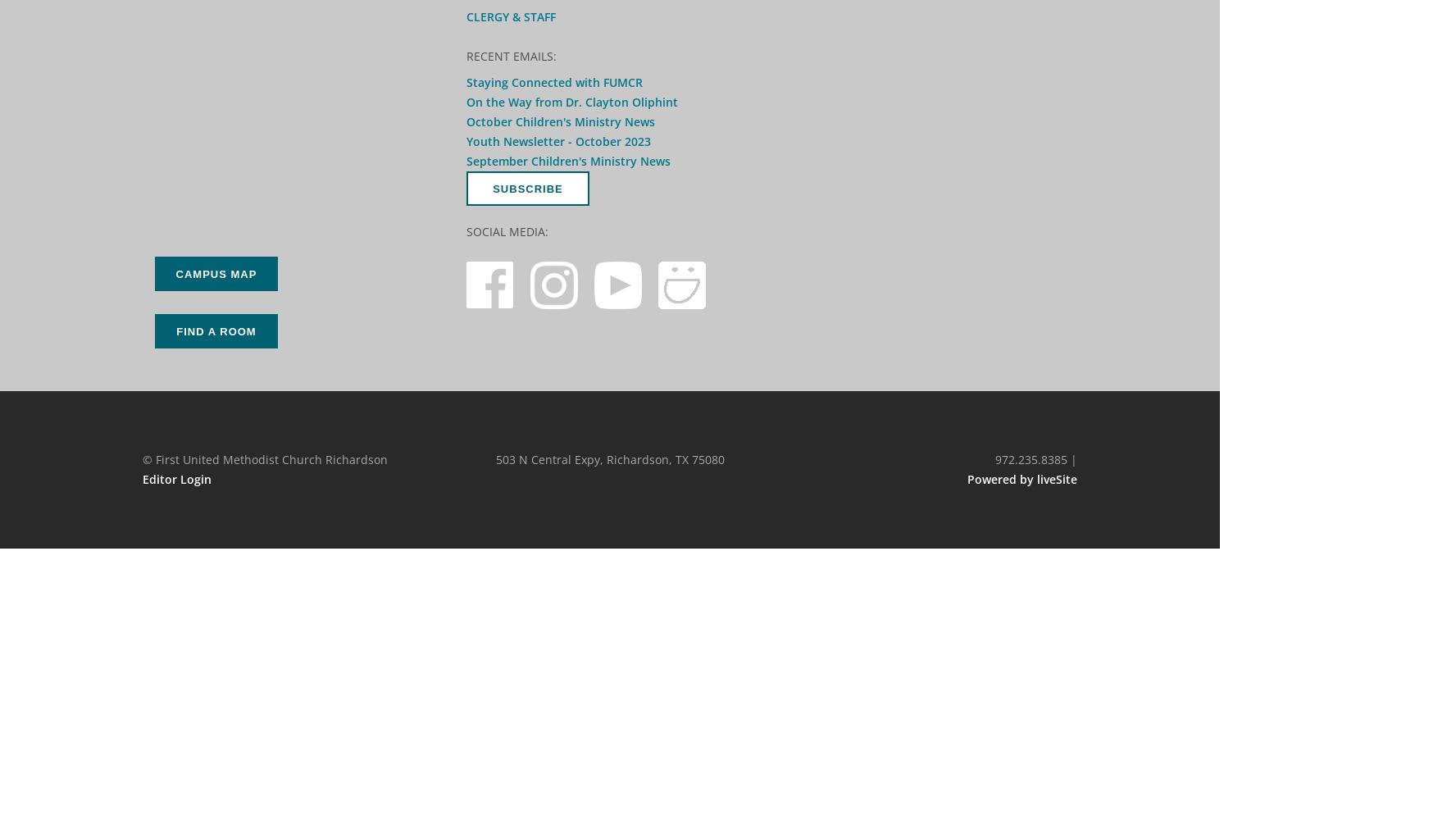  Describe the element at coordinates (506, 231) in the screenshot. I see `'Social Media:'` at that location.